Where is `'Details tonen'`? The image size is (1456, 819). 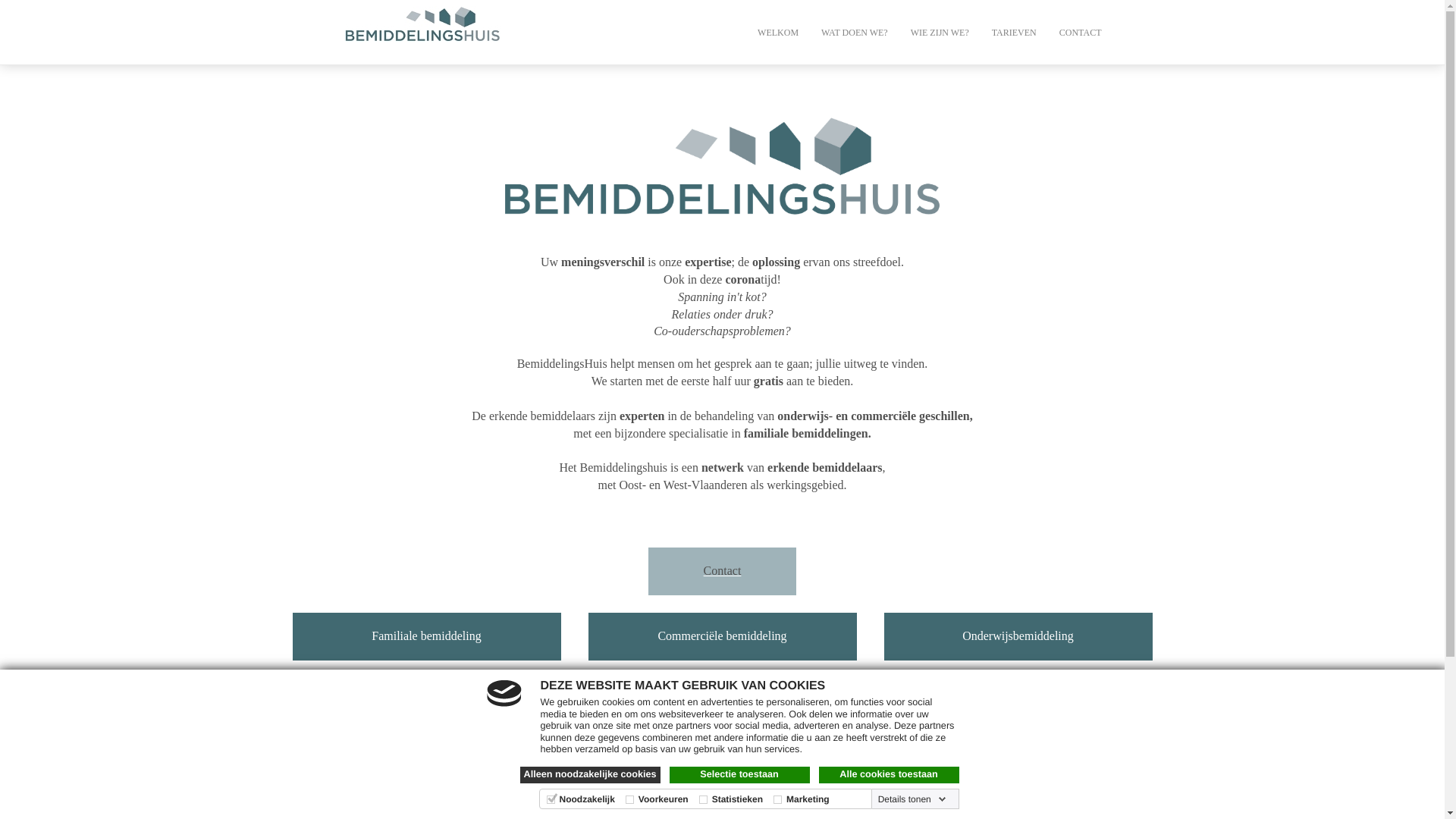 'Details tonen' is located at coordinates (874, 798).